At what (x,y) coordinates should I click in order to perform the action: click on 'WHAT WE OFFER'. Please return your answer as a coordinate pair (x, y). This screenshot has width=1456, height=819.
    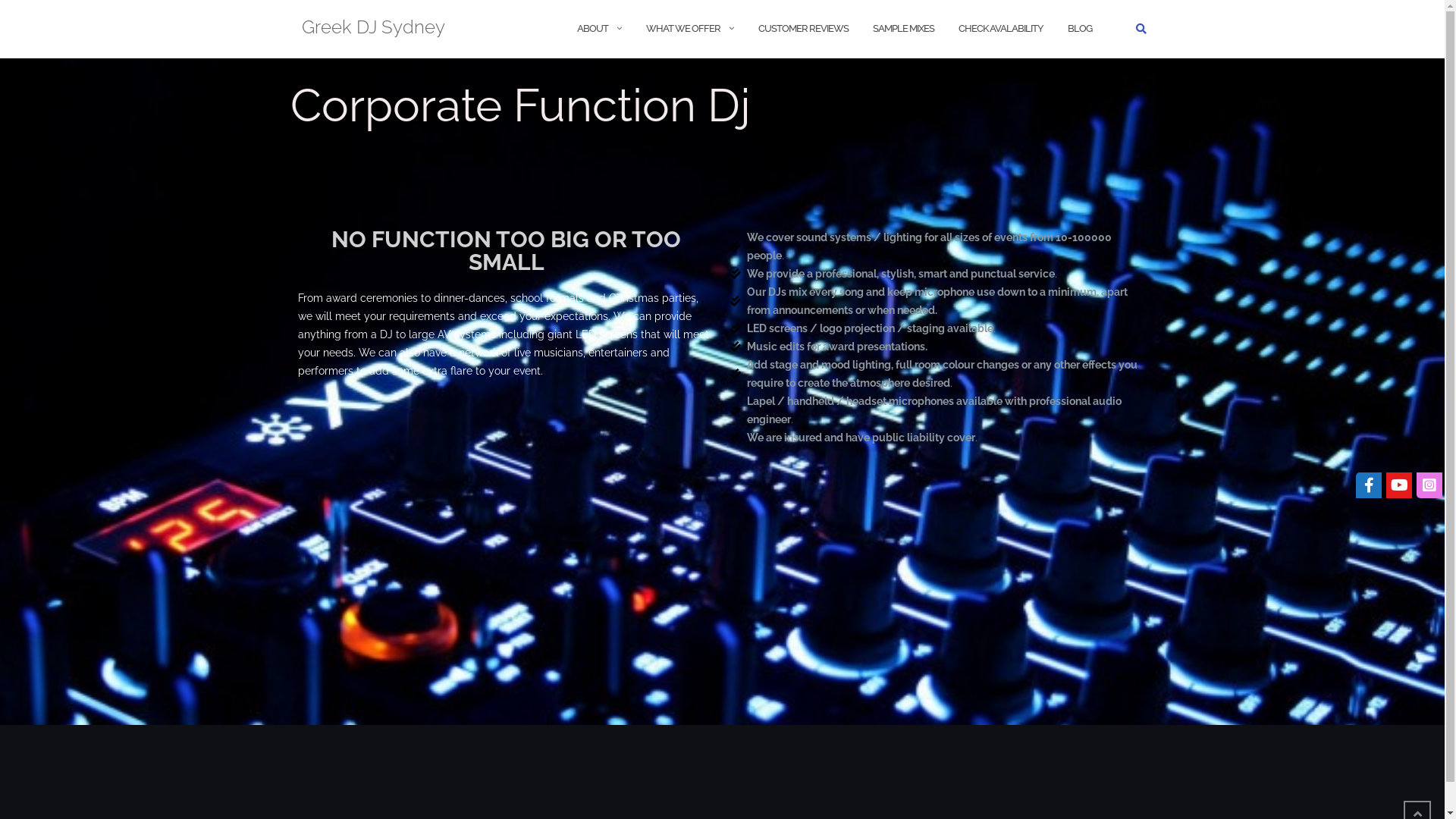
    Looking at the image, I should click on (682, 28).